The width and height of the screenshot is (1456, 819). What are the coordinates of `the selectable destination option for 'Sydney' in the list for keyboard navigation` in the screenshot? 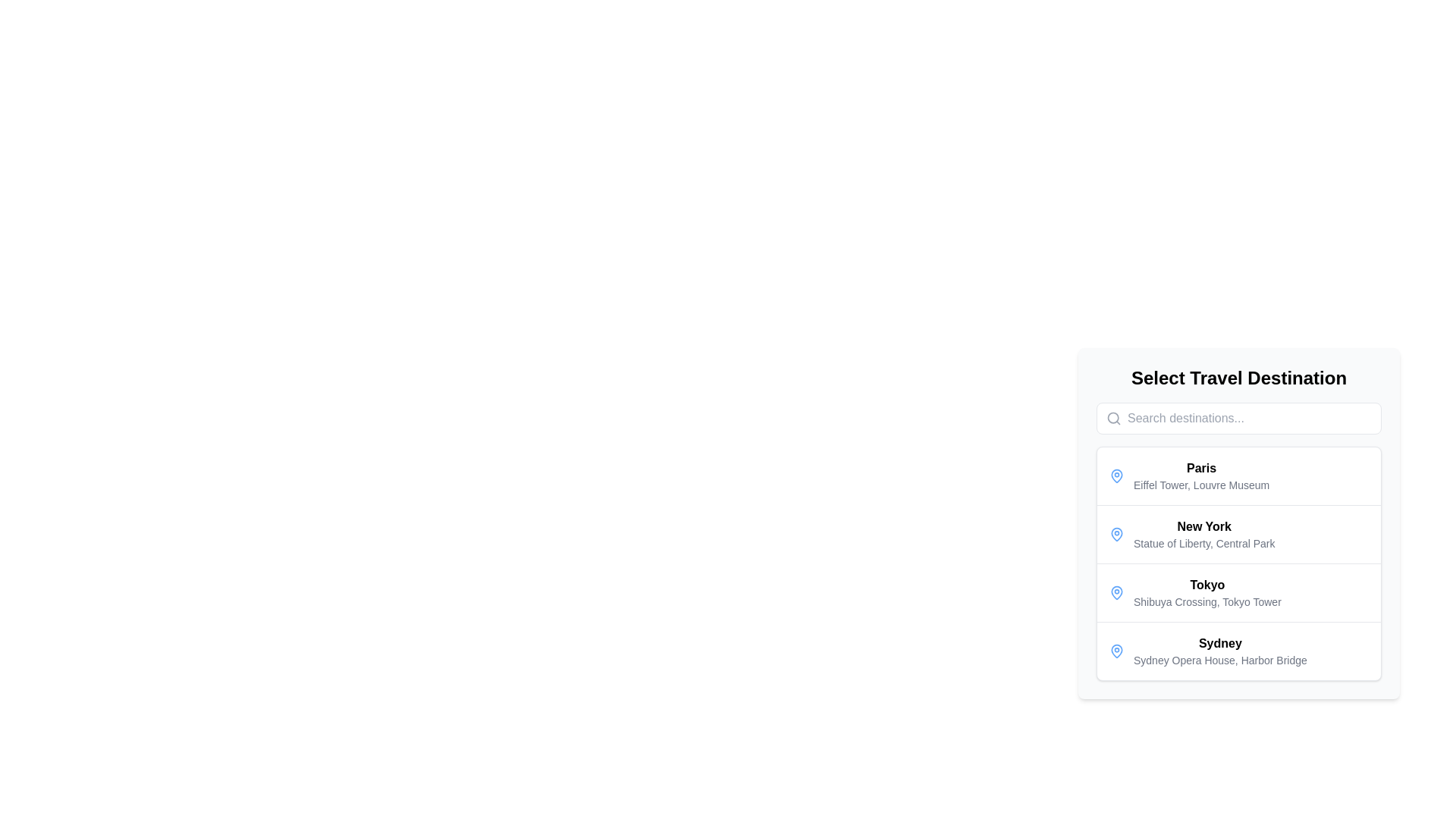 It's located at (1220, 651).